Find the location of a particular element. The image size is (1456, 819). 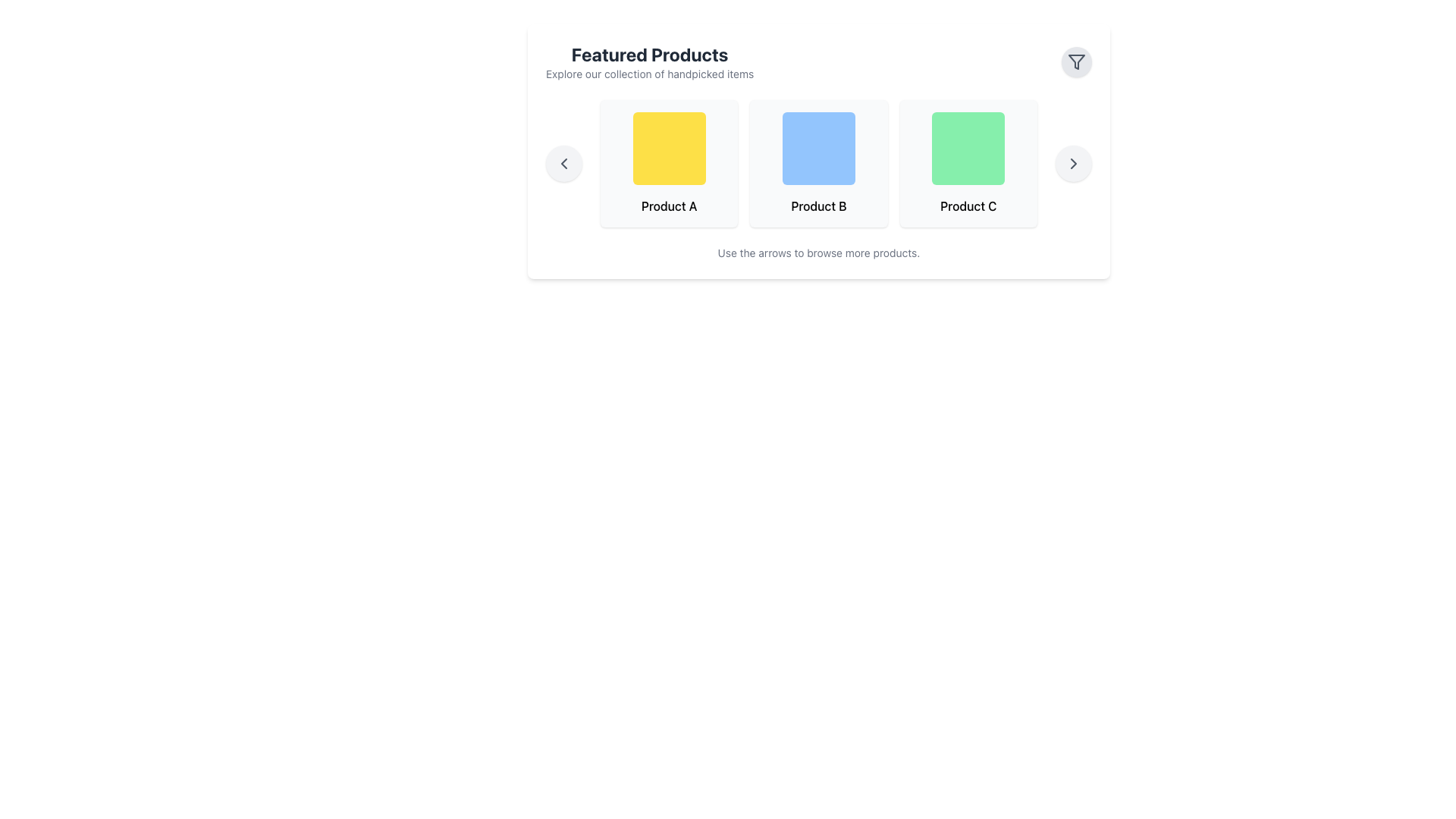

the left-pointing chevron arrow icon within the left navigation button of the carousel interface for the 'Featured Products' section through keyboard navigation is located at coordinates (563, 164).